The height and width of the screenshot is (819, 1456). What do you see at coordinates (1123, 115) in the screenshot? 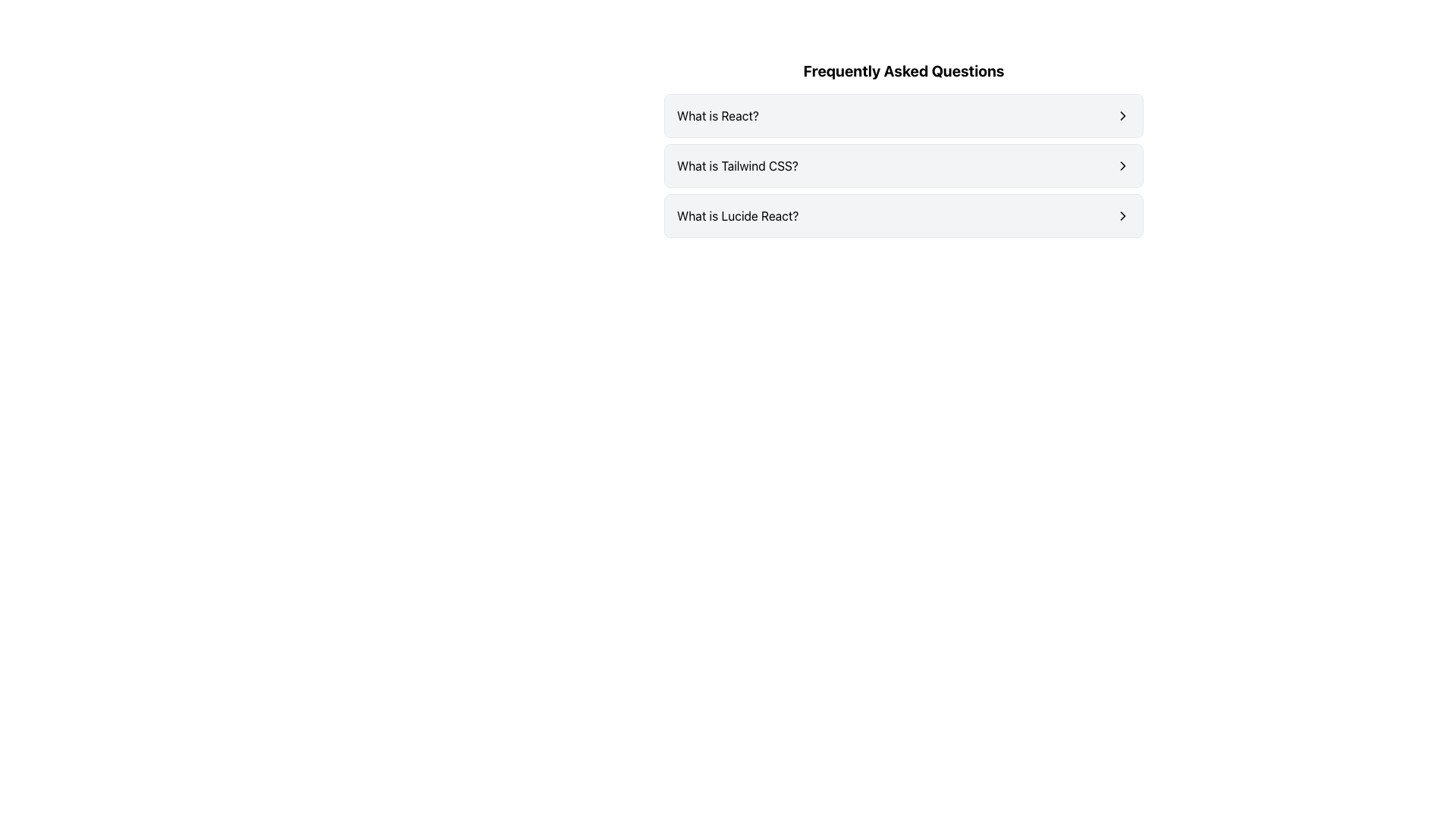
I see `the rightward-pointing arrow icon in the 'What is React?' FAQ item` at bounding box center [1123, 115].